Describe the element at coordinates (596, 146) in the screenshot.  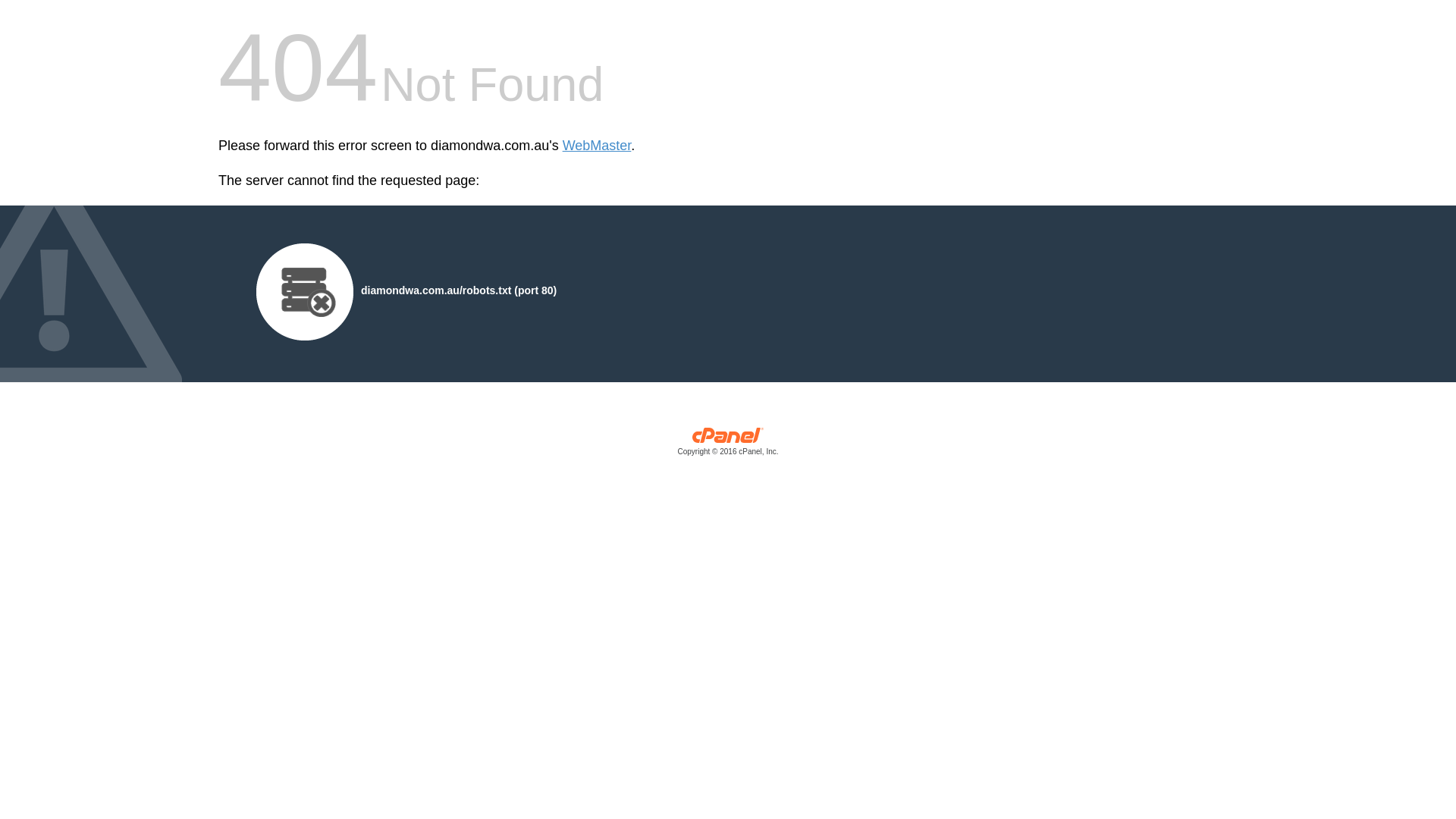
I see `'WebMaster'` at that location.